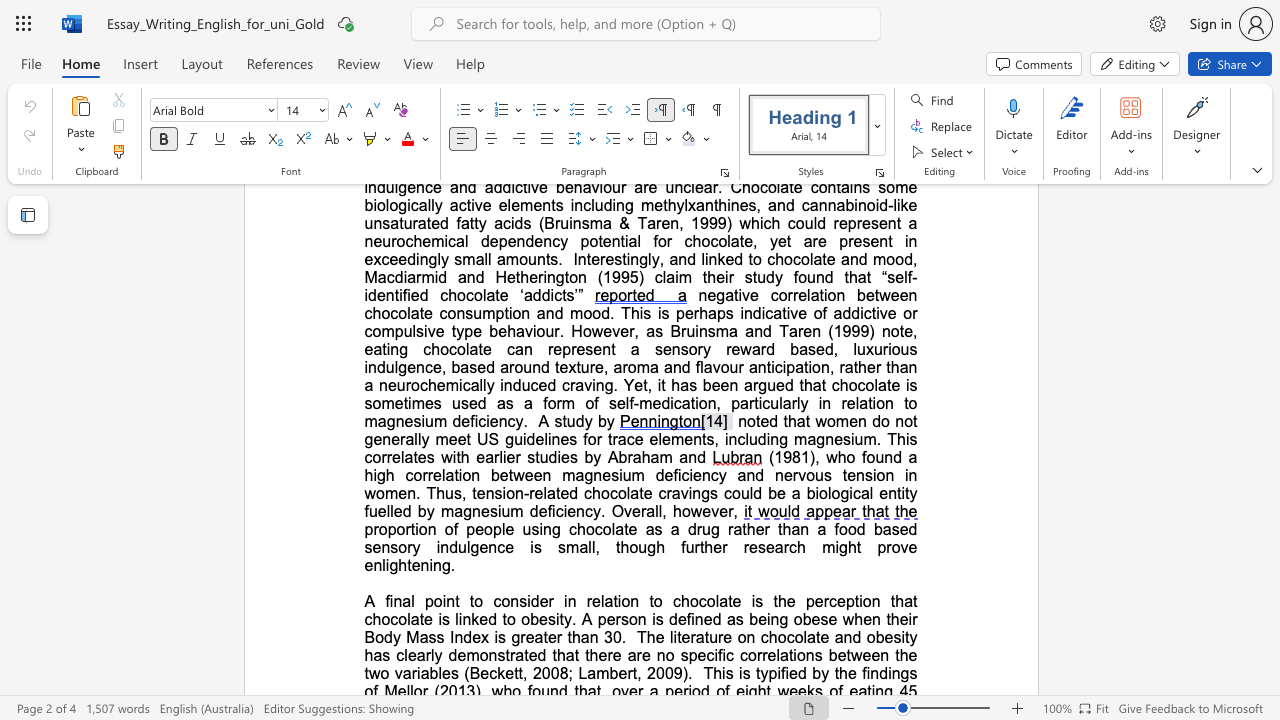 This screenshot has width=1280, height=720. I want to click on the subset text "e literature on chocolate and obesity" within the text "The literature on chocolate and obesity has clearly", so click(655, 637).